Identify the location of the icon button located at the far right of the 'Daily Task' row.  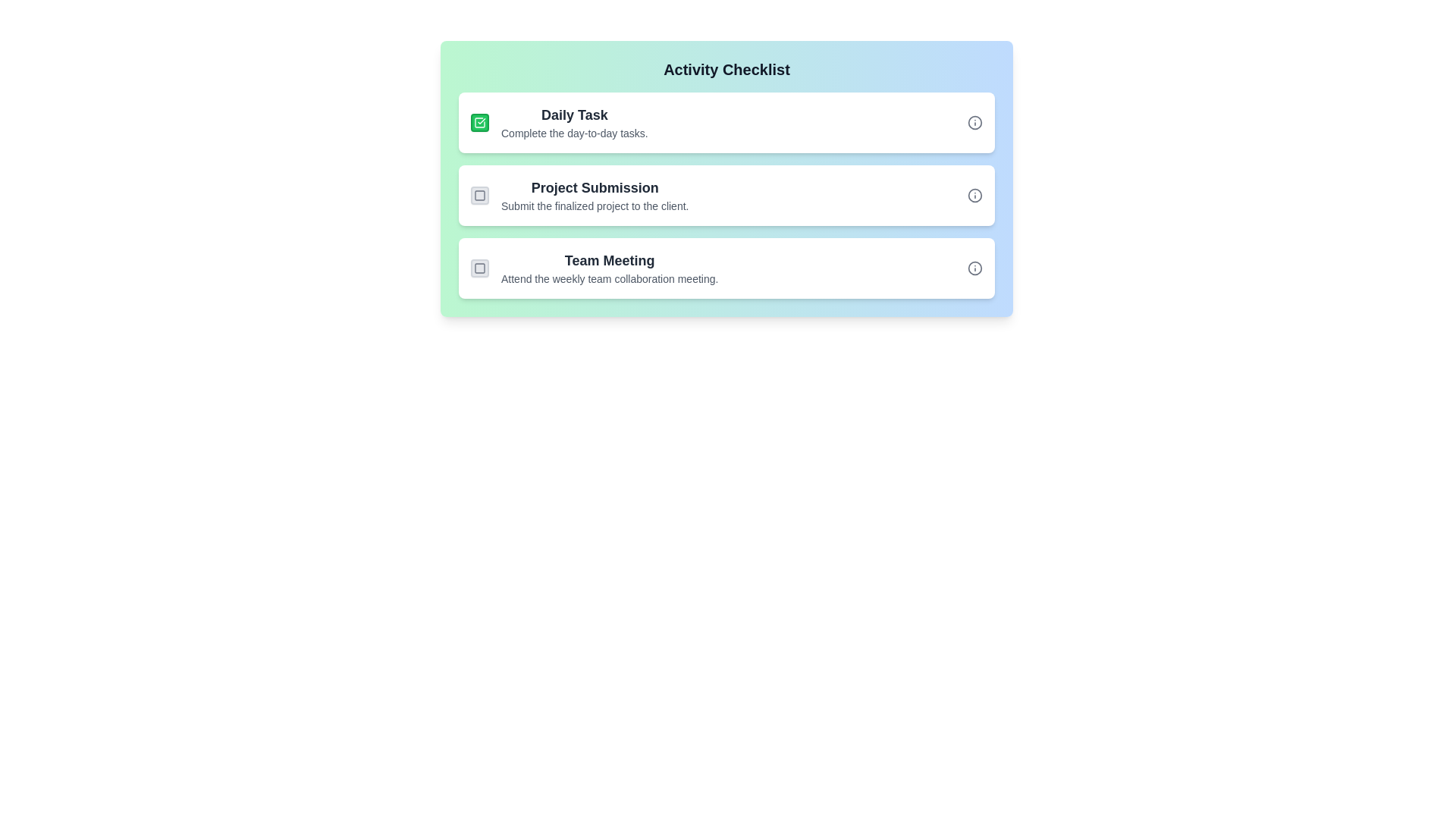
(975, 122).